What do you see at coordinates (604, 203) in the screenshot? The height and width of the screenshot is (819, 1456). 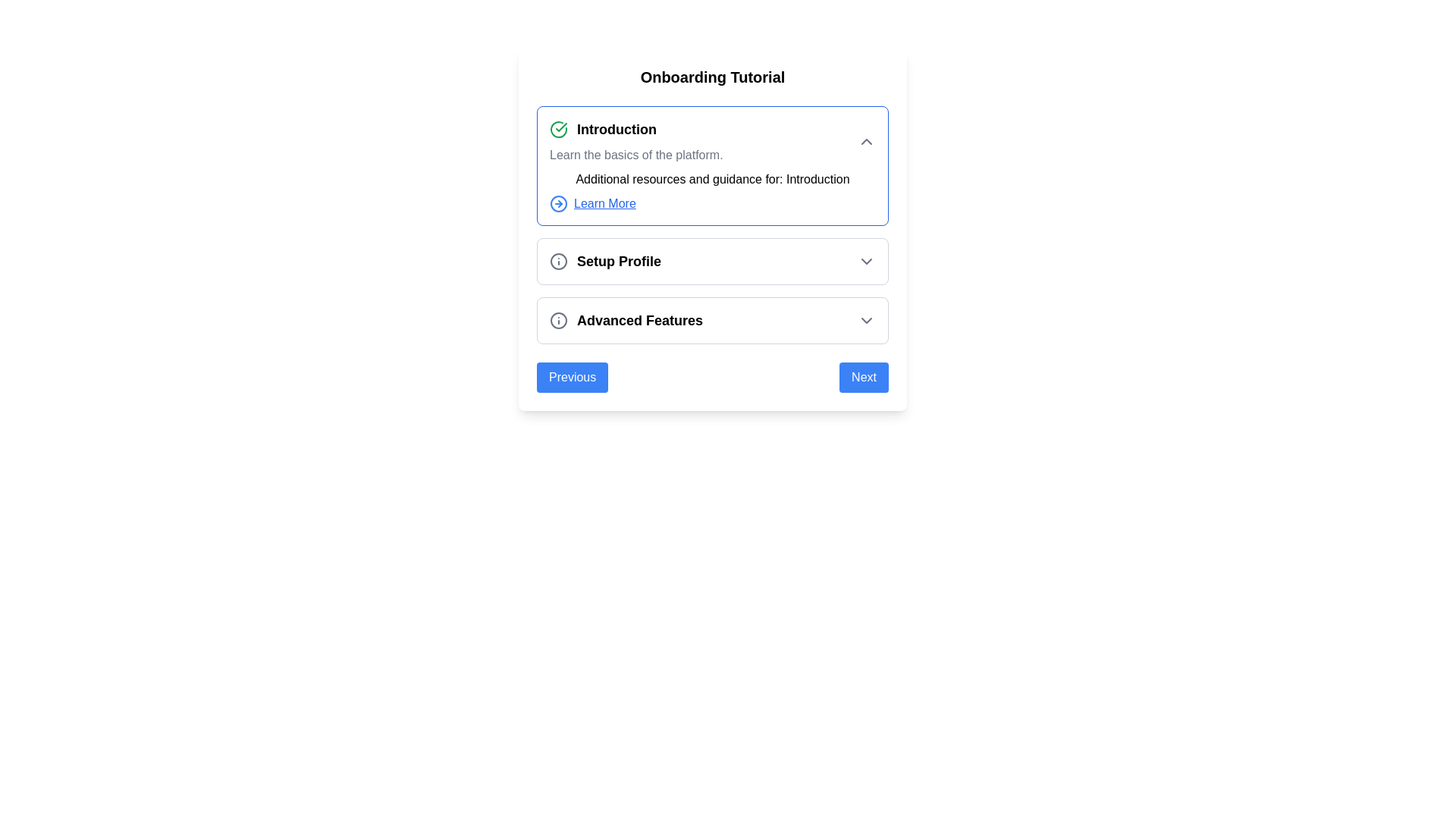 I see `the text link located to the right of the arrow symbol in the 'Introduction' section of the vertical stepper component` at bounding box center [604, 203].